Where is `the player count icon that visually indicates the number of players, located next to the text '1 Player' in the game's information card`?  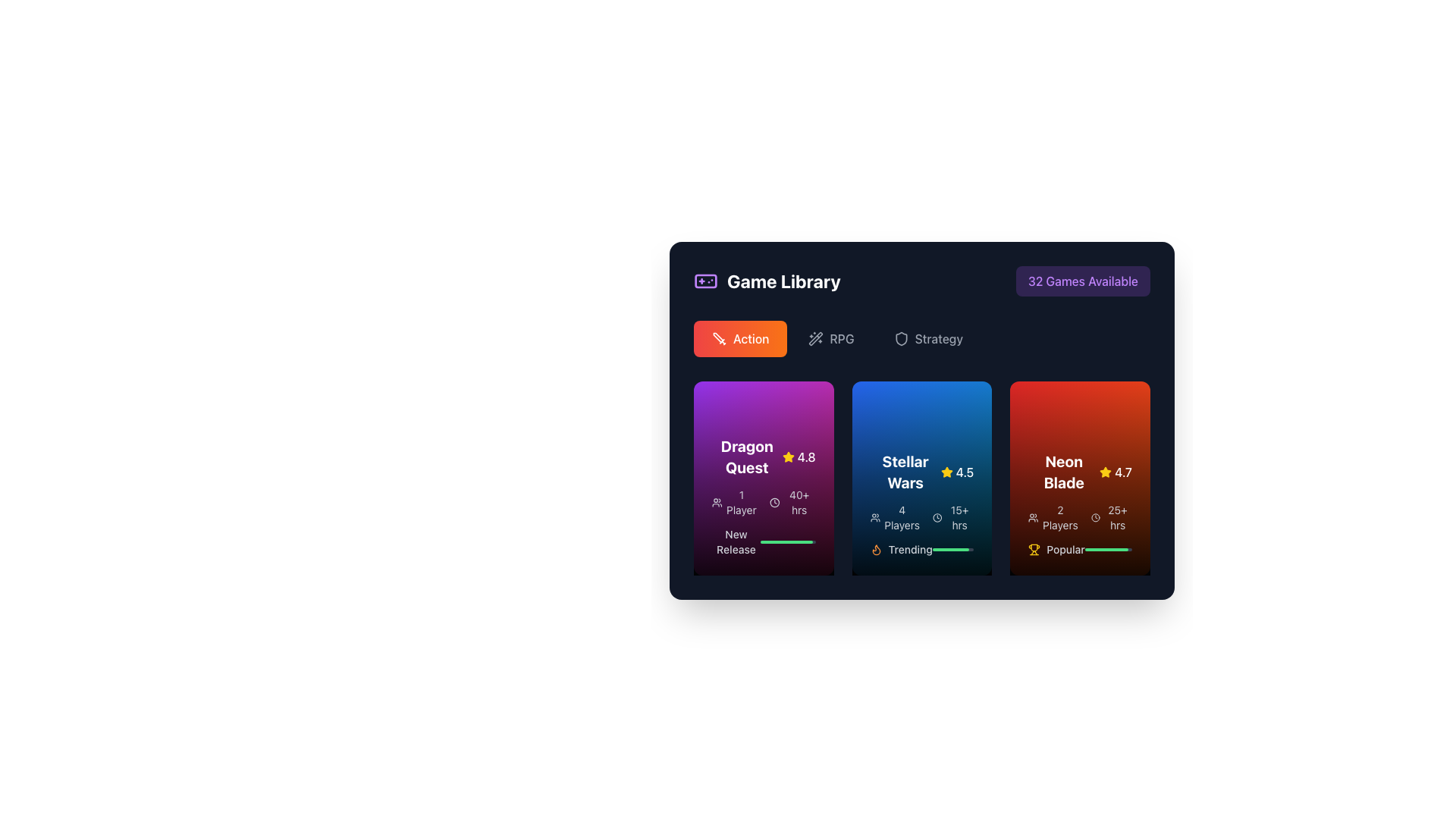
the player count icon that visually indicates the number of players, located next to the text '1 Player' in the game's information card is located at coordinates (716, 503).